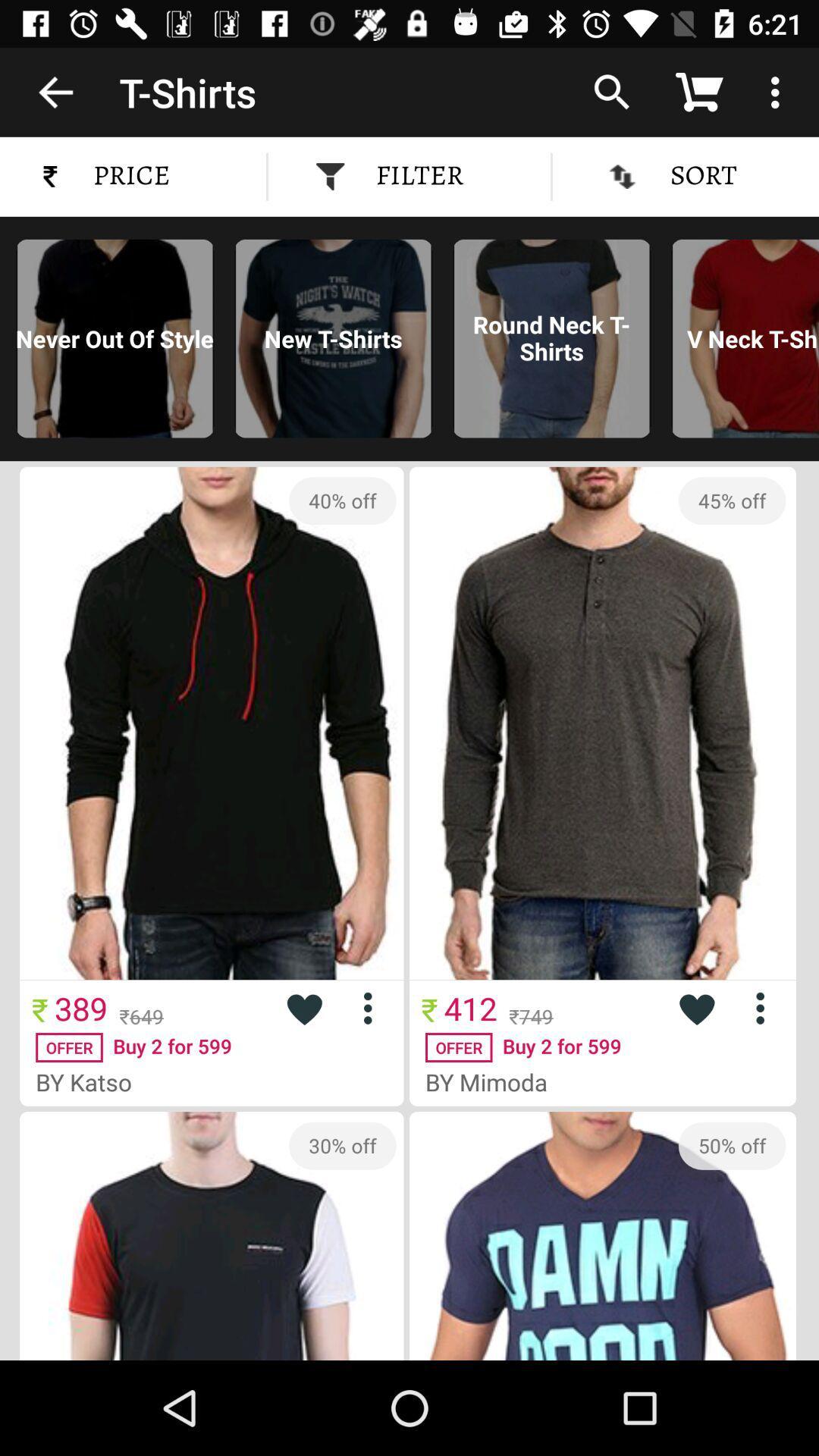  Describe the element at coordinates (766, 1008) in the screenshot. I see `menu for further item options` at that location.